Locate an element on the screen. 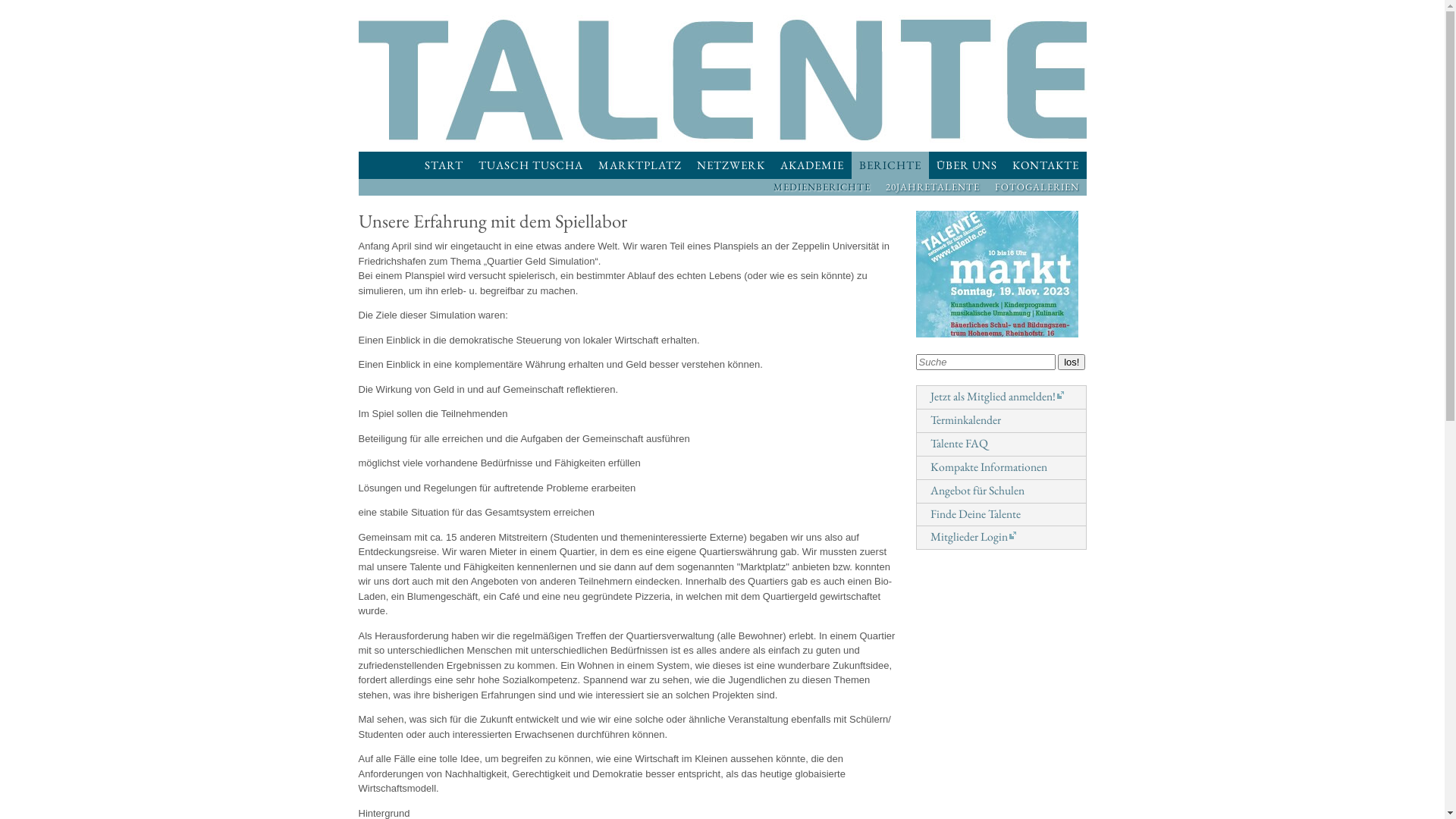 The image size is (1456, 819). 'NETZWERK' is located at coordinates (687, 165).